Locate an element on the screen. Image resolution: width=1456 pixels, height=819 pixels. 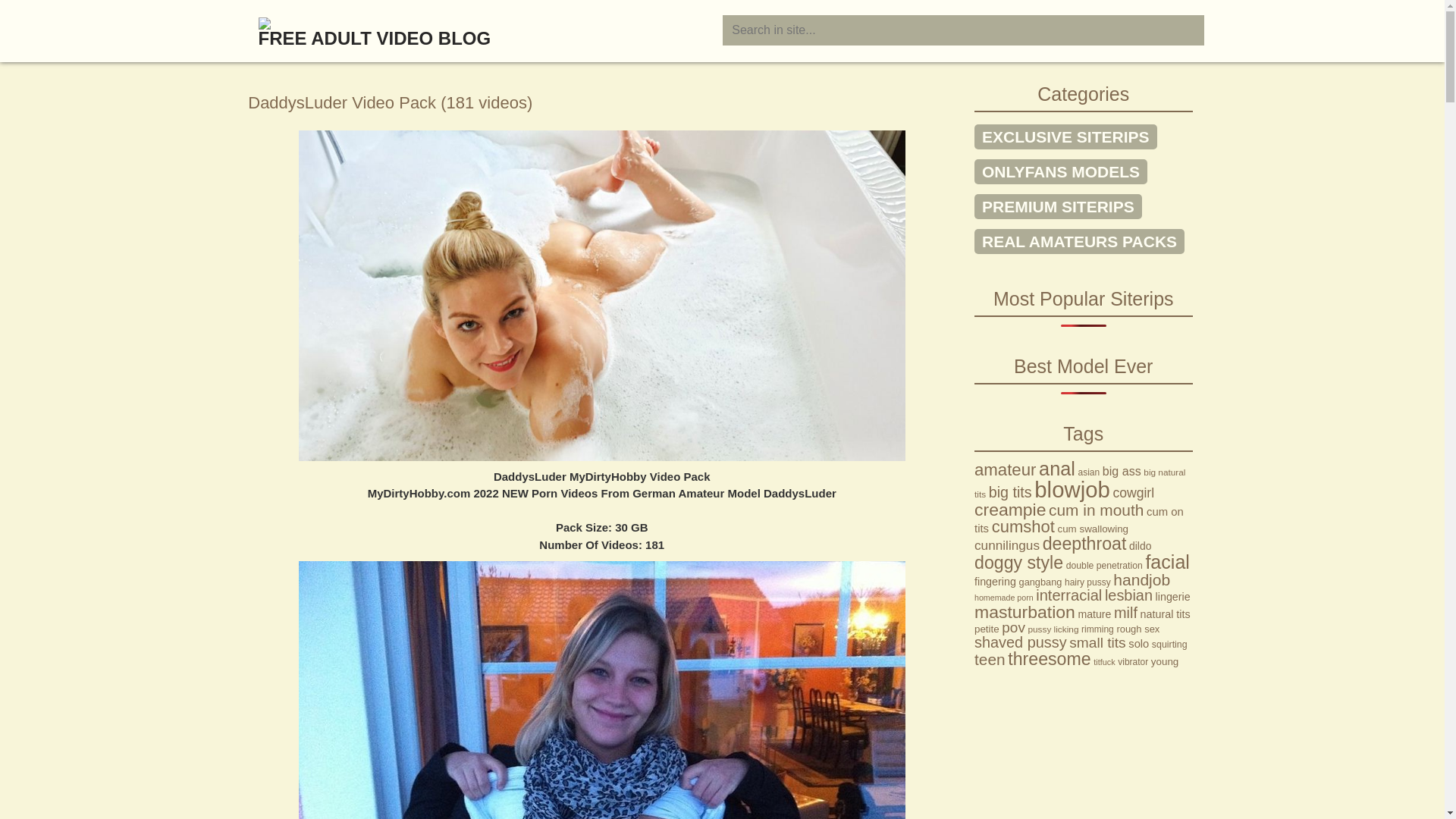
'hairy pussy' is located at coordinates (1087, 581).